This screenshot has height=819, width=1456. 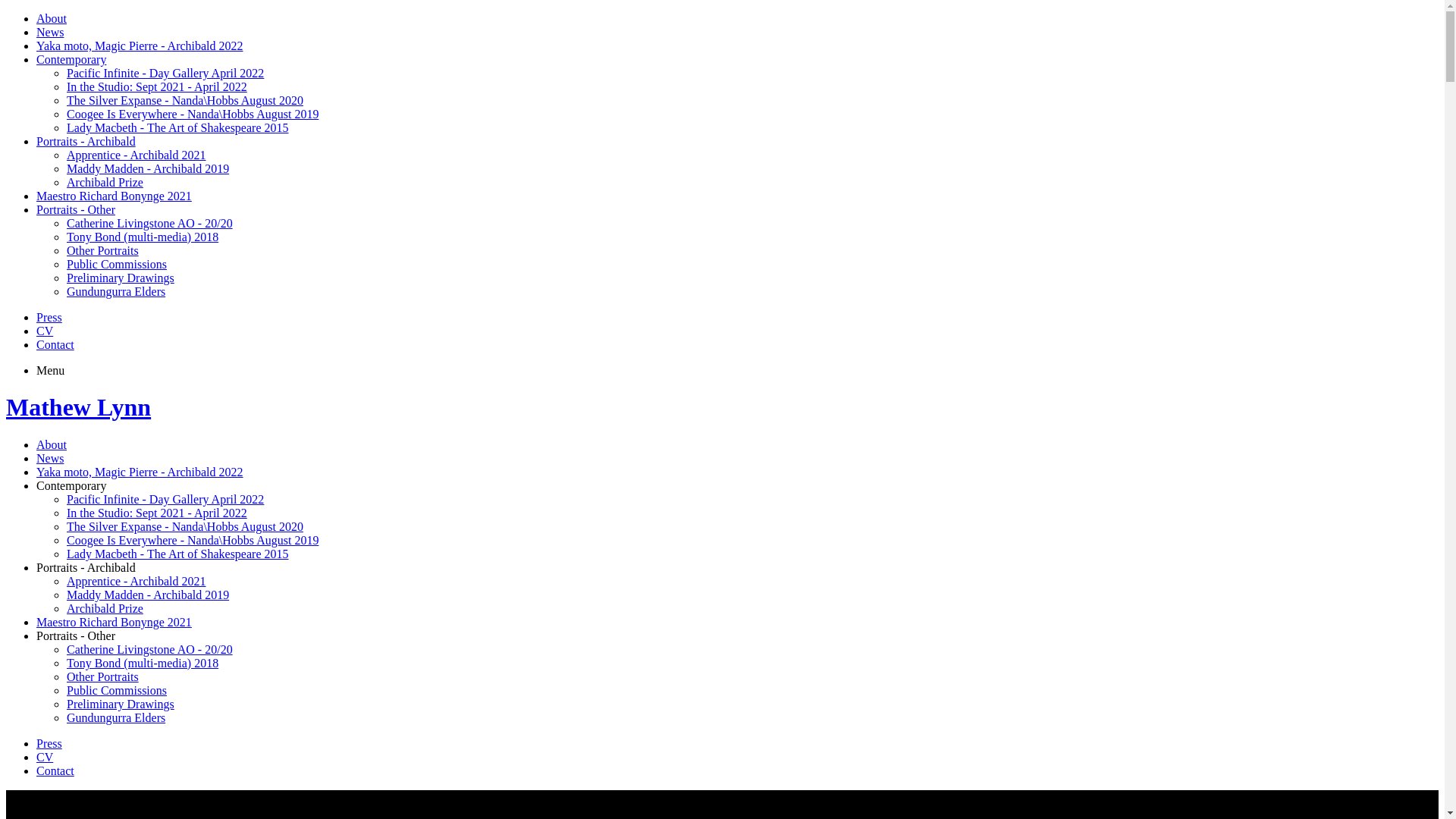 What do you see at coordinates (36, 444) in the screenshot?
I see `'About'` at bounding box center [36, 444].